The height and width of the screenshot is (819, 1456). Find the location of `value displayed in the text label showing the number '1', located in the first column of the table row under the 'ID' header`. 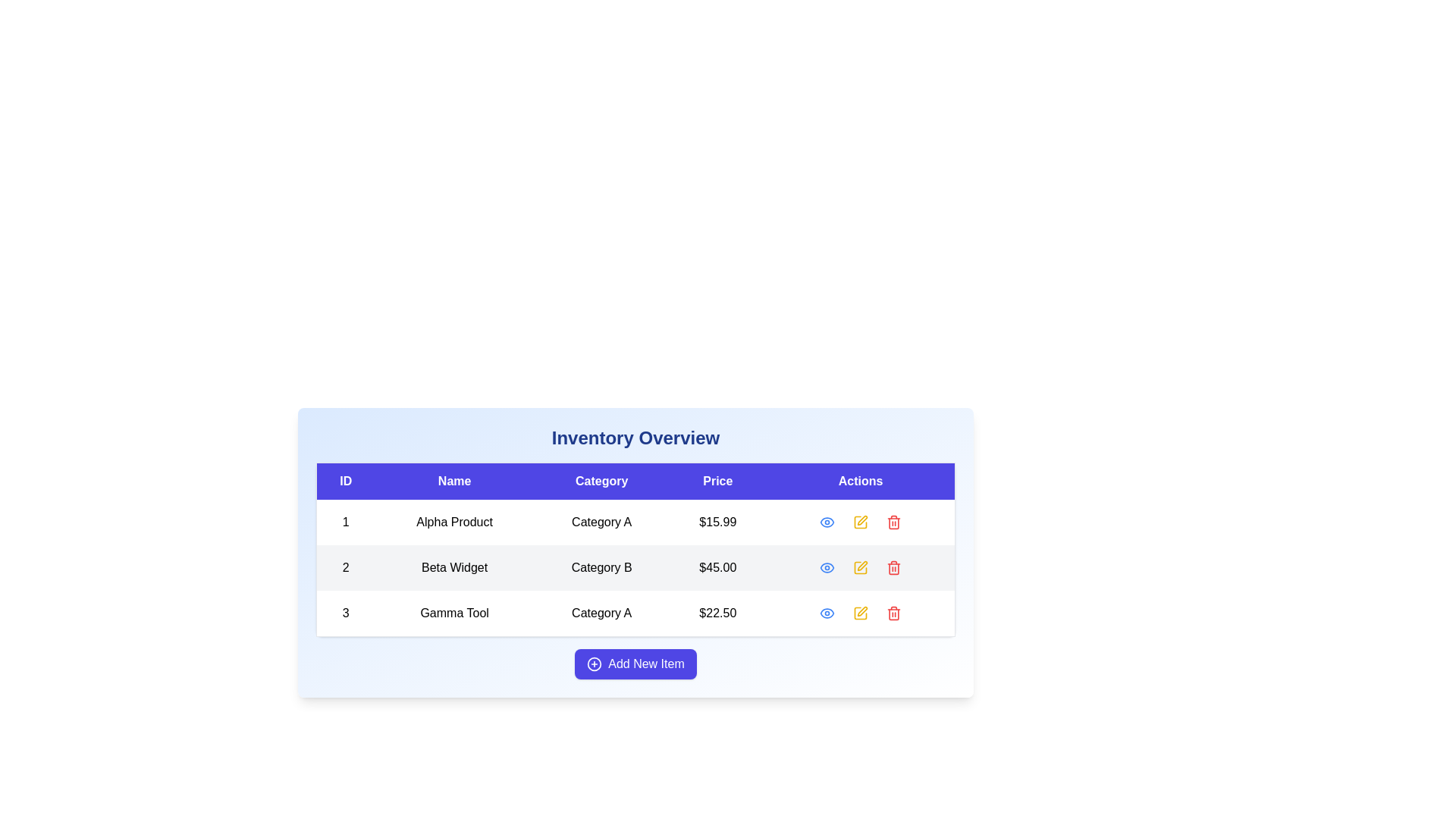

value displayed in the text label showing the number '1', located in the first column of the table row under the 'ID' header is located at coordinates (345, 522).